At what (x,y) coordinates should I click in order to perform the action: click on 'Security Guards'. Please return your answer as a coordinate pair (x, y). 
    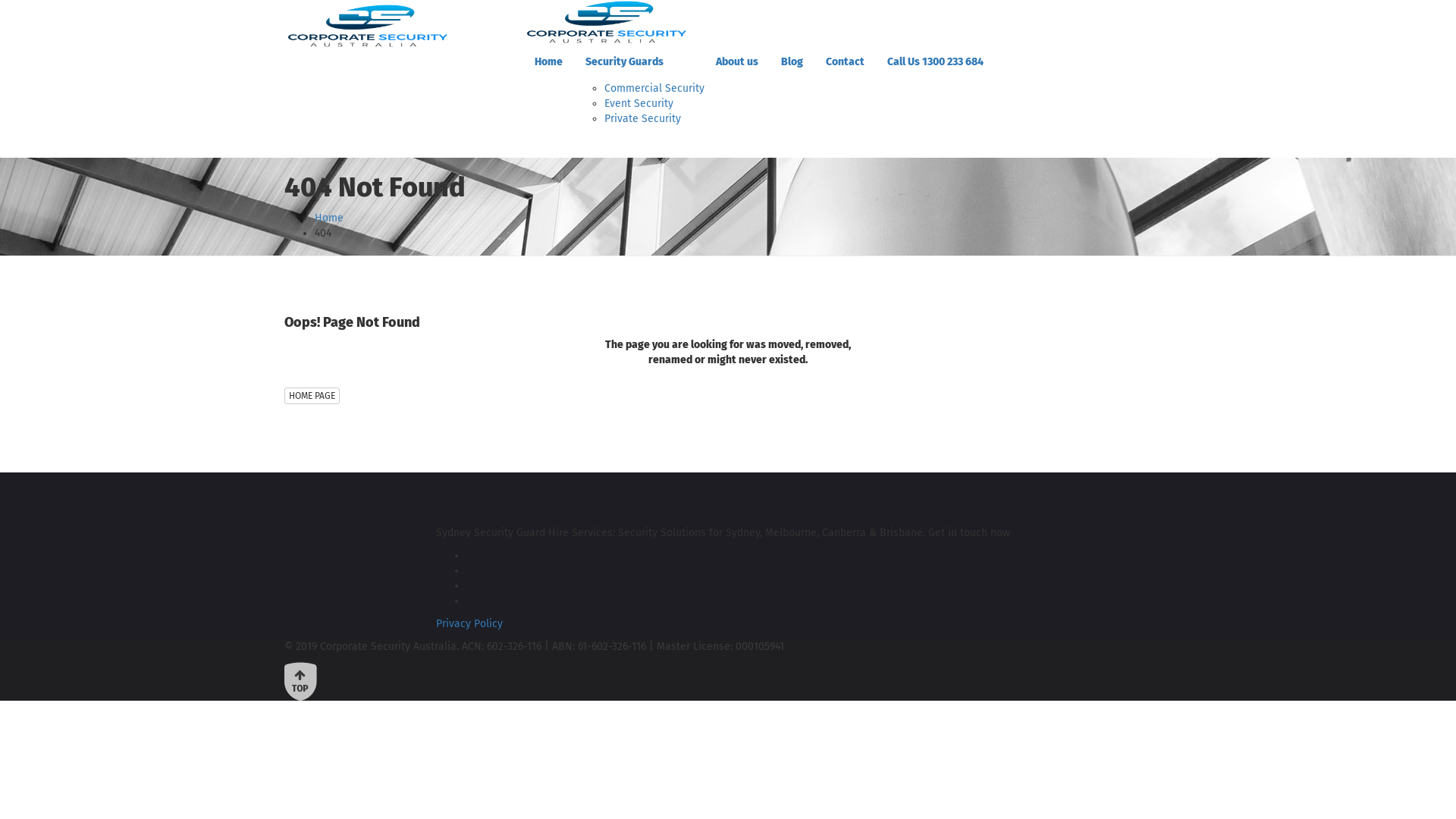
    Looking at the image, I should click on (639, 61).